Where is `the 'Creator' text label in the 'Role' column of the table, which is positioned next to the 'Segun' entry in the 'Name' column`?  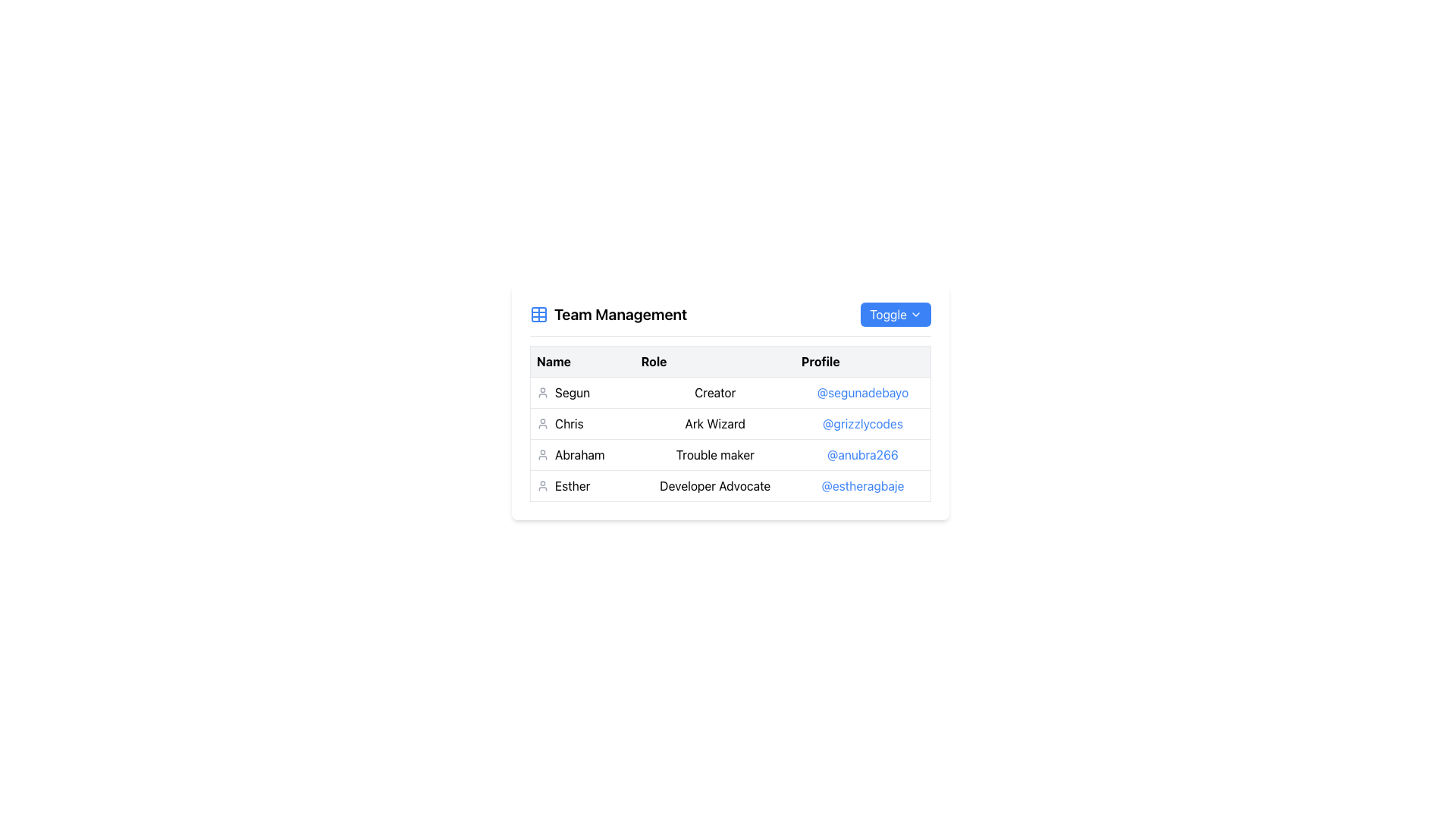 the 'Creator' text label in the 'Role' column of the table, which is positioned next to the 'Segun' entry in the 'Name' column is located at coordinates (714, 391).